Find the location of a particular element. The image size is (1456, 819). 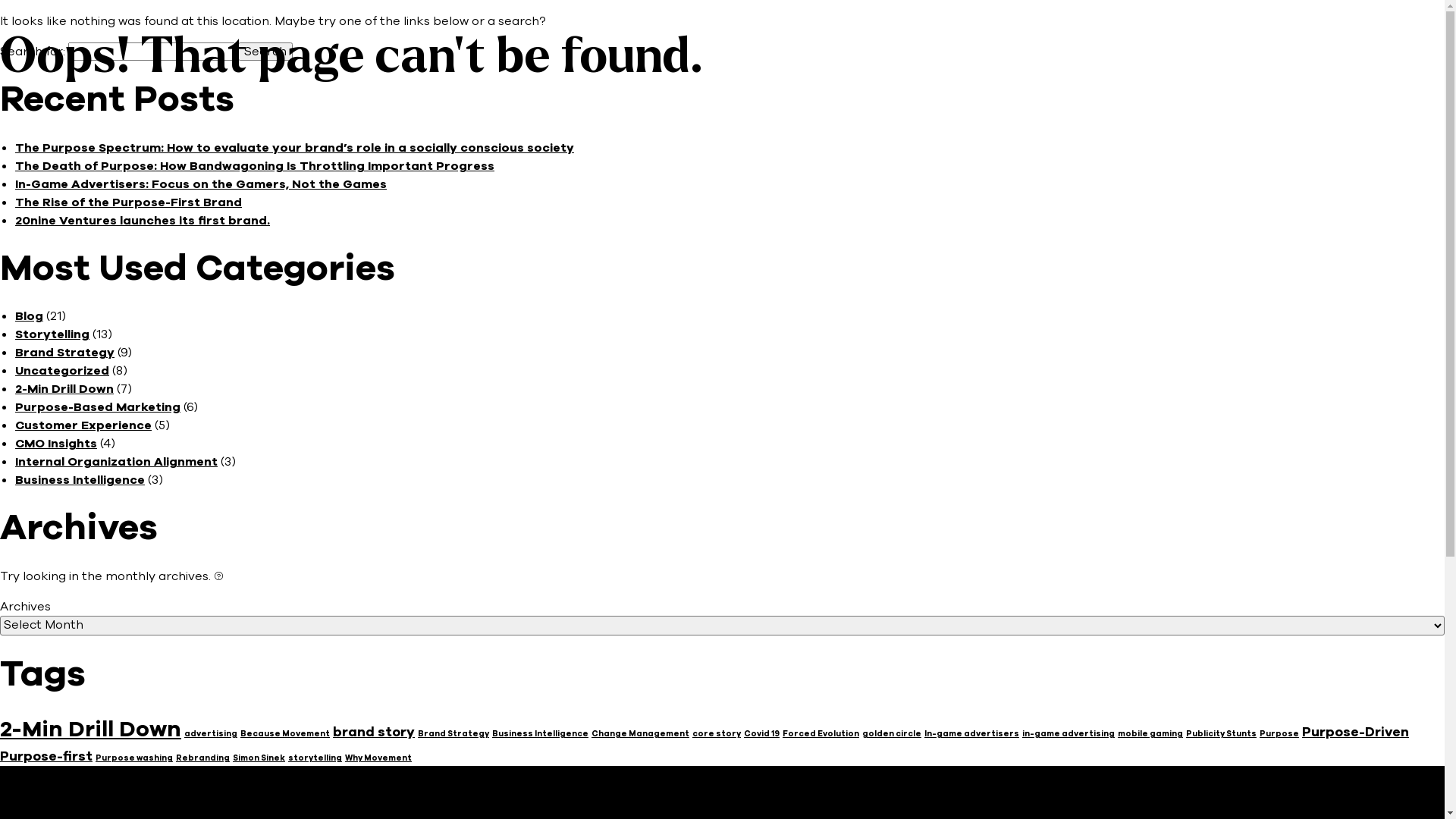

'In-game advertisers' is located at coordinates (971, 733).